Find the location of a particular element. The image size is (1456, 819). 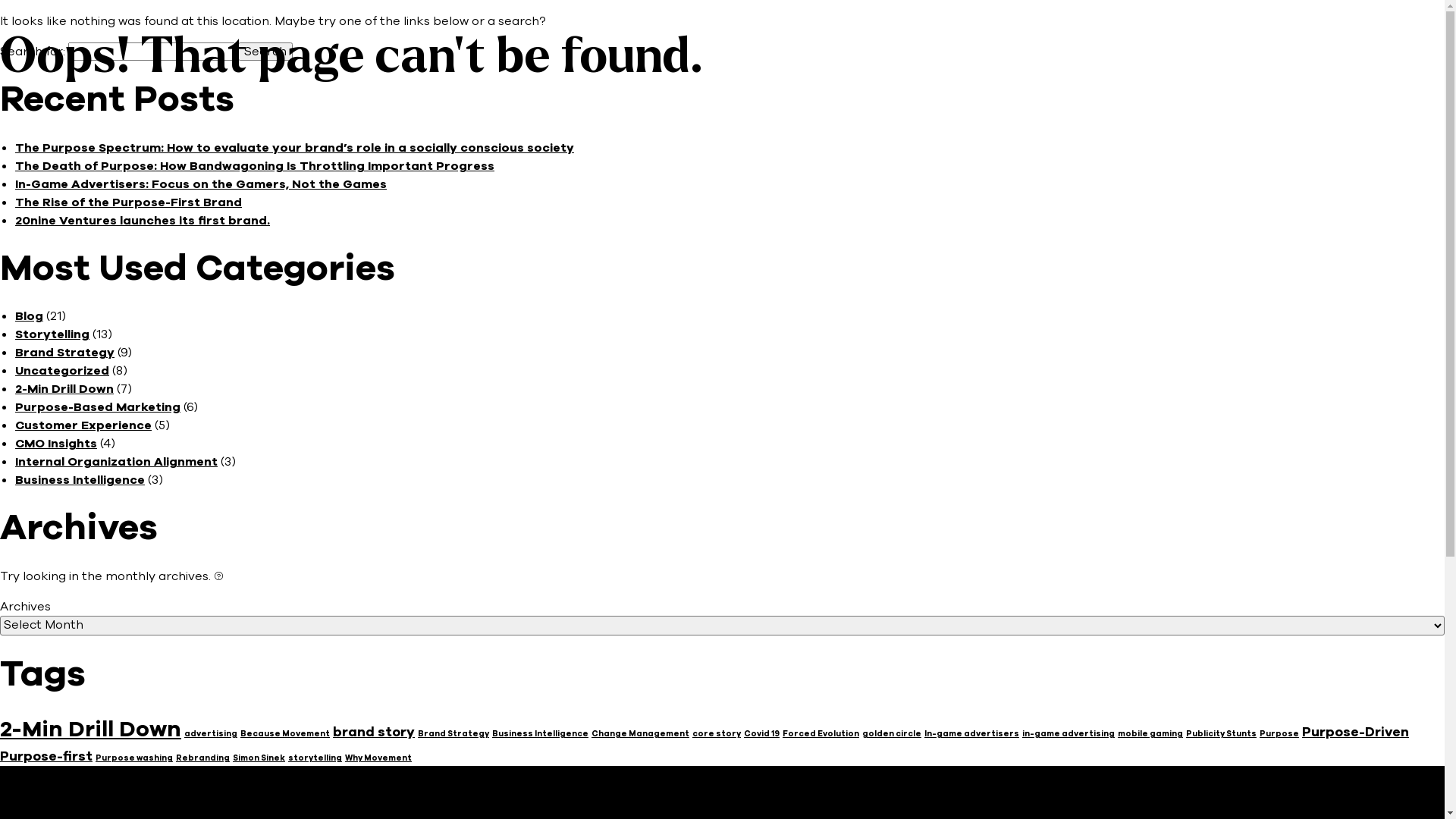

'In-game advertisers' is located at coordinates (971, 733).